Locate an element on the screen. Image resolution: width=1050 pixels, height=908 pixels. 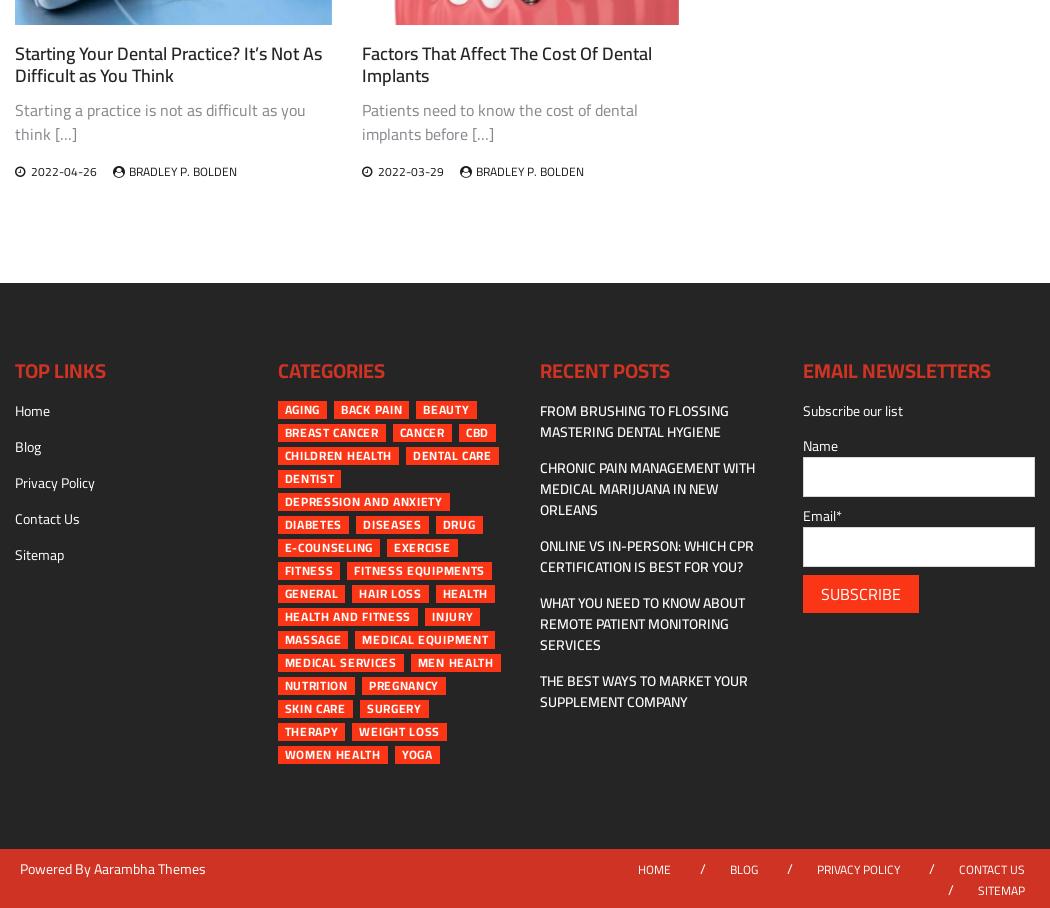
'Starting a practice is not as difficult as you think […]' is located at coordinates (160, 122).